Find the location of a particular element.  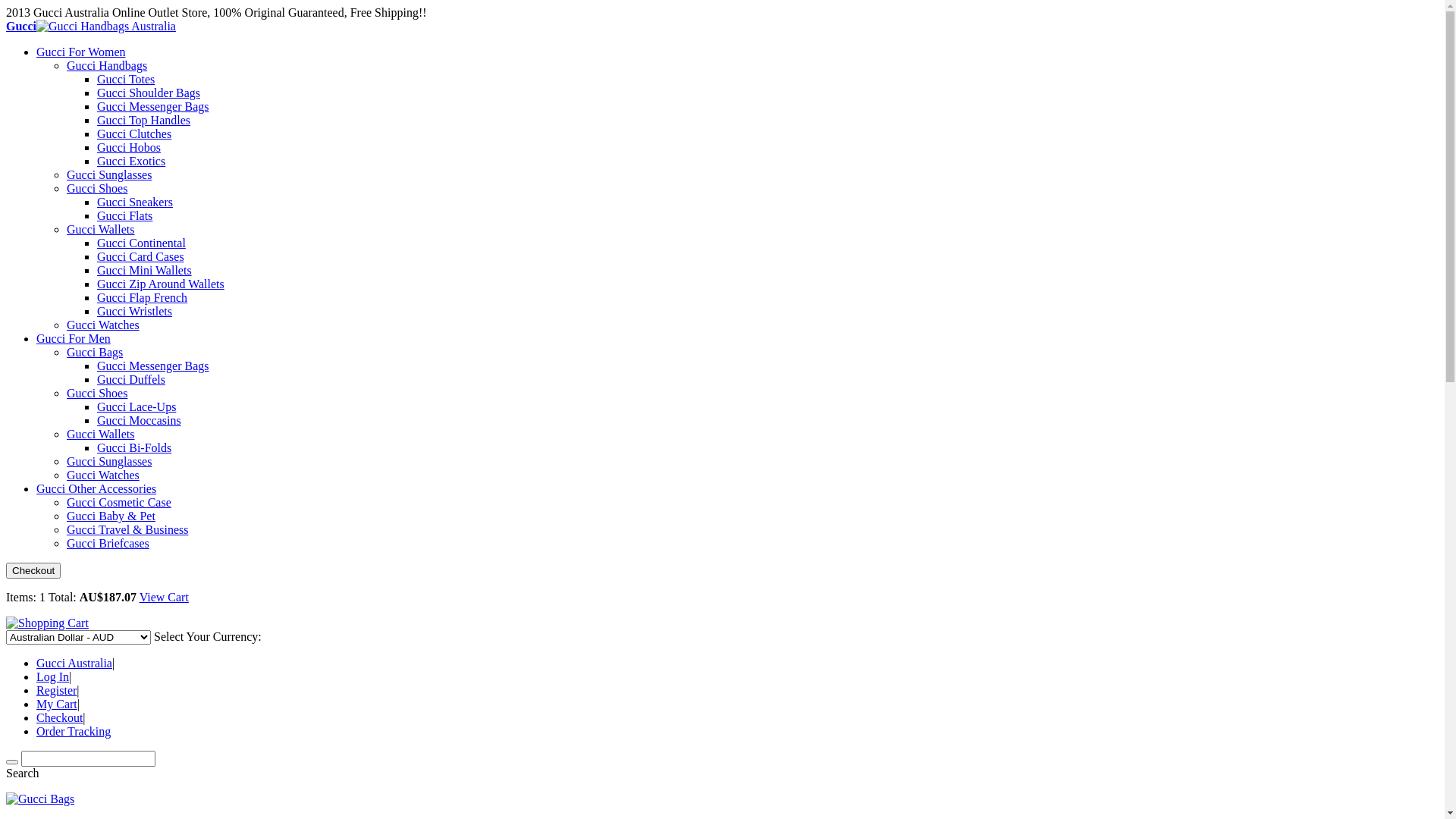

'Log In' is located at coordinates (36, 676).